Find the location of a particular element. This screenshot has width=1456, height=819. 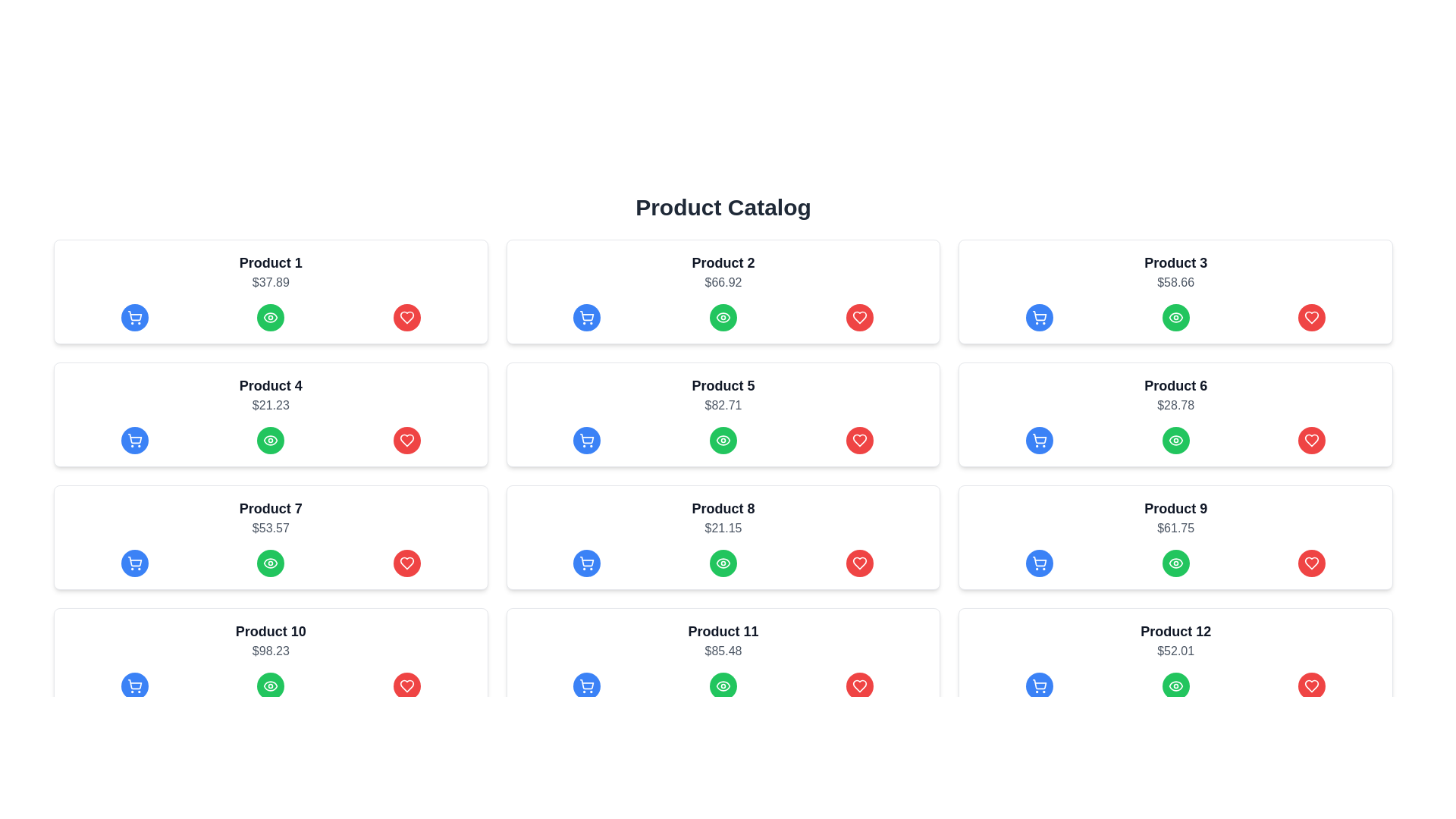

the Icon button located within the blue button on the left side of the action section for 'Product 5' is located at coordinates (586, 441).